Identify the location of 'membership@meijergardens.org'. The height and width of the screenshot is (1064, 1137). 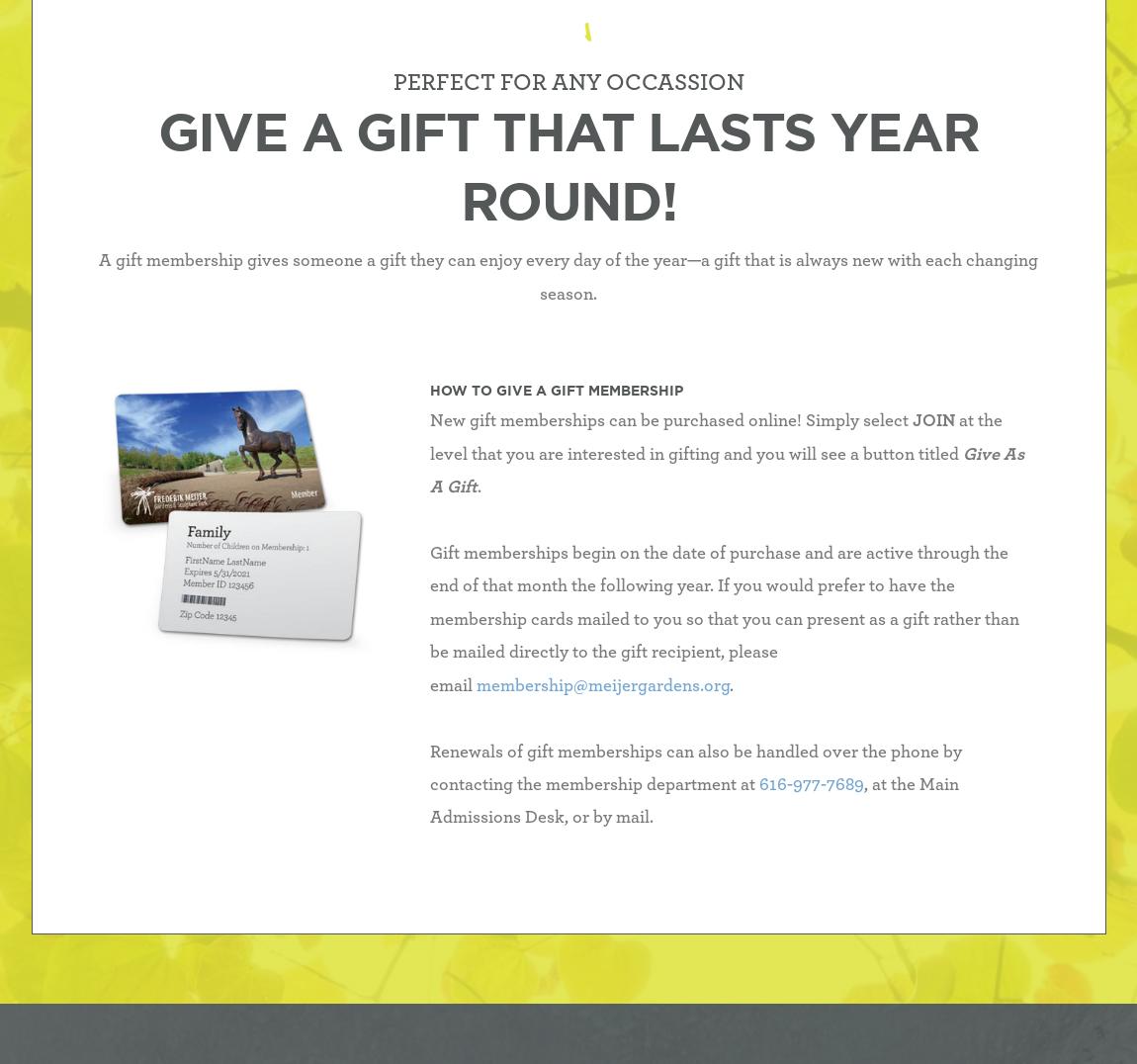
(601, 685).